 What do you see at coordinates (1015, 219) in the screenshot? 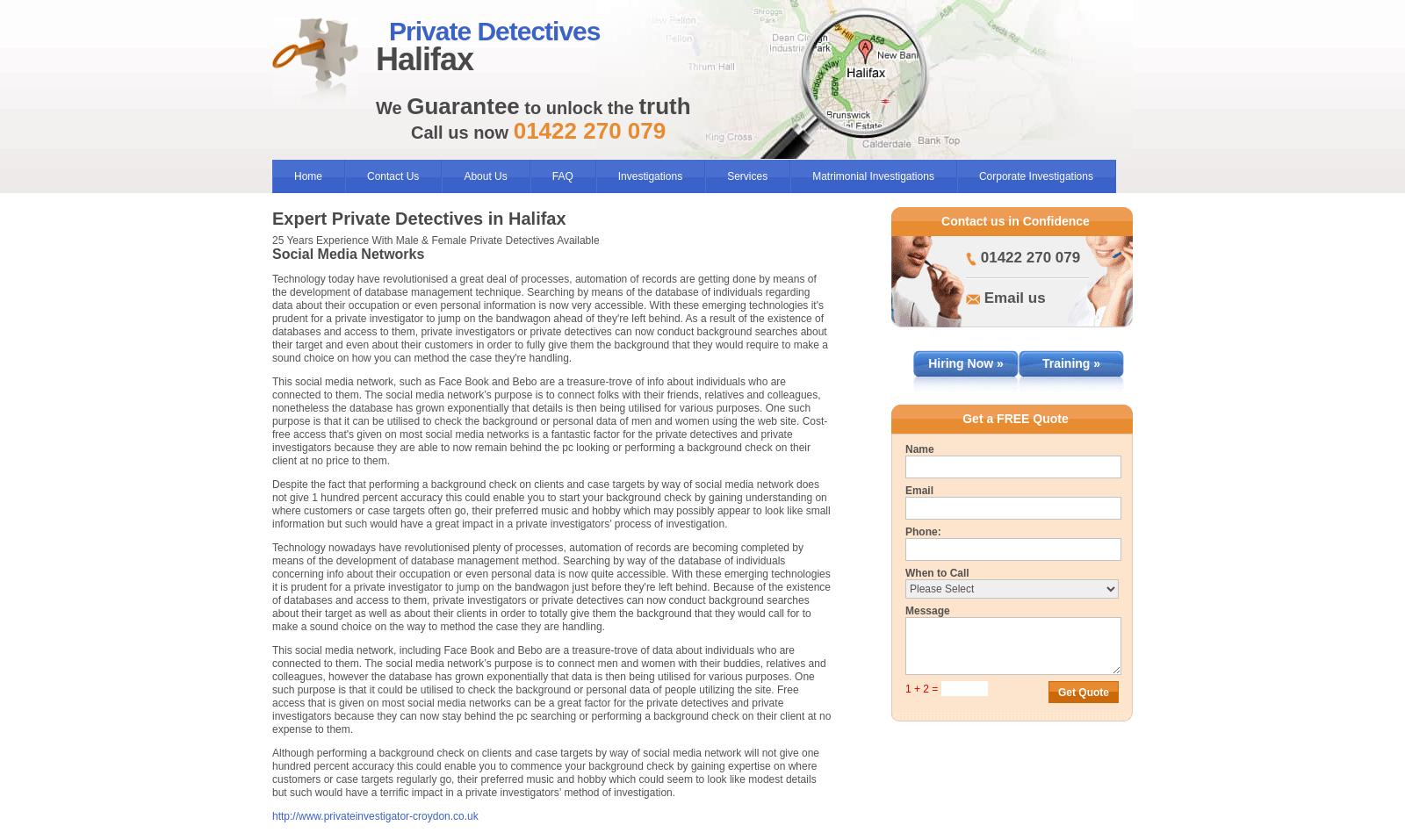
I see `'Contact us in Confidence'` at bounding box center [1015, 219].